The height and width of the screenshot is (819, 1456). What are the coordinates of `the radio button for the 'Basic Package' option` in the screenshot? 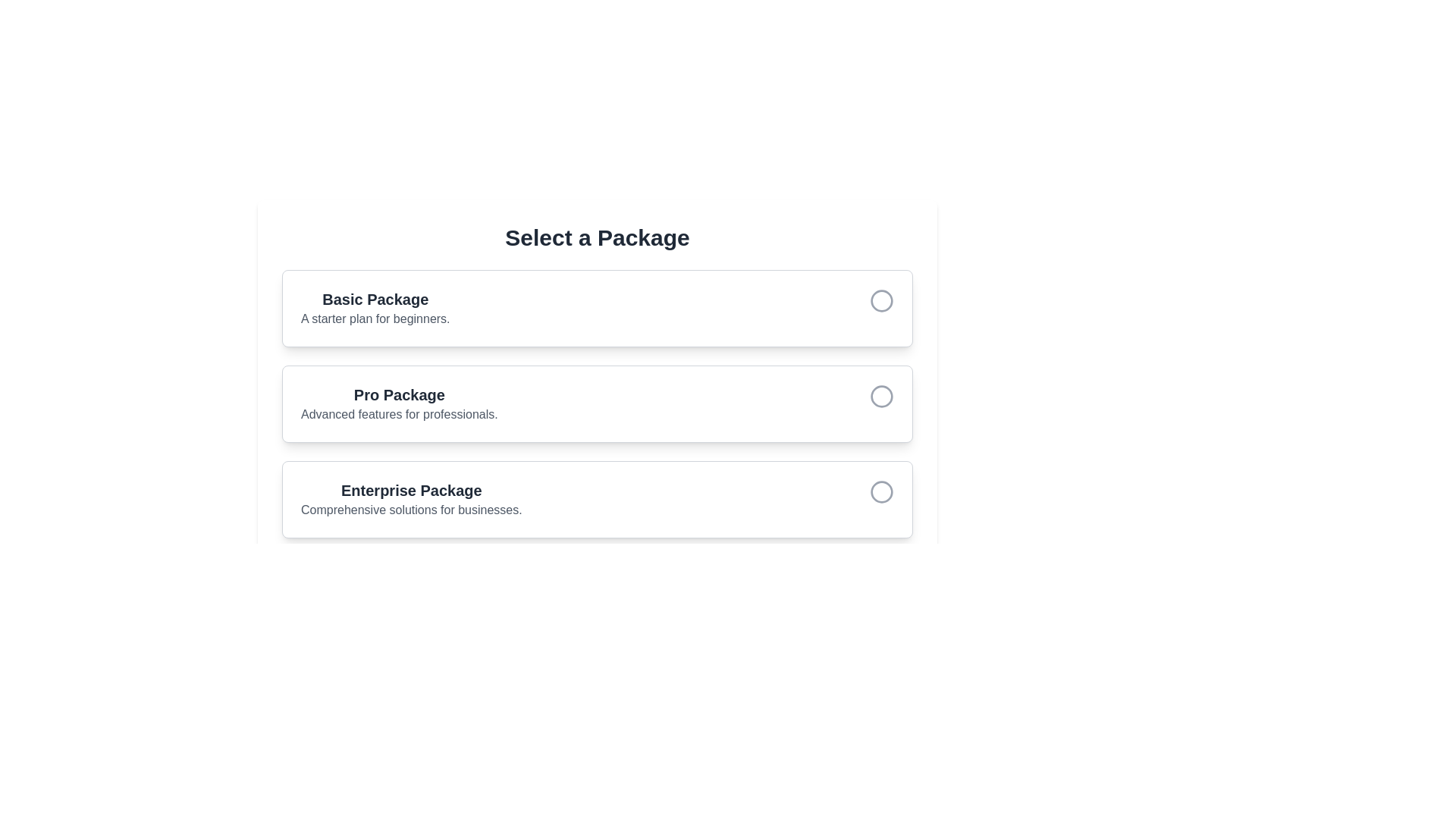 It's located at (881, 308).